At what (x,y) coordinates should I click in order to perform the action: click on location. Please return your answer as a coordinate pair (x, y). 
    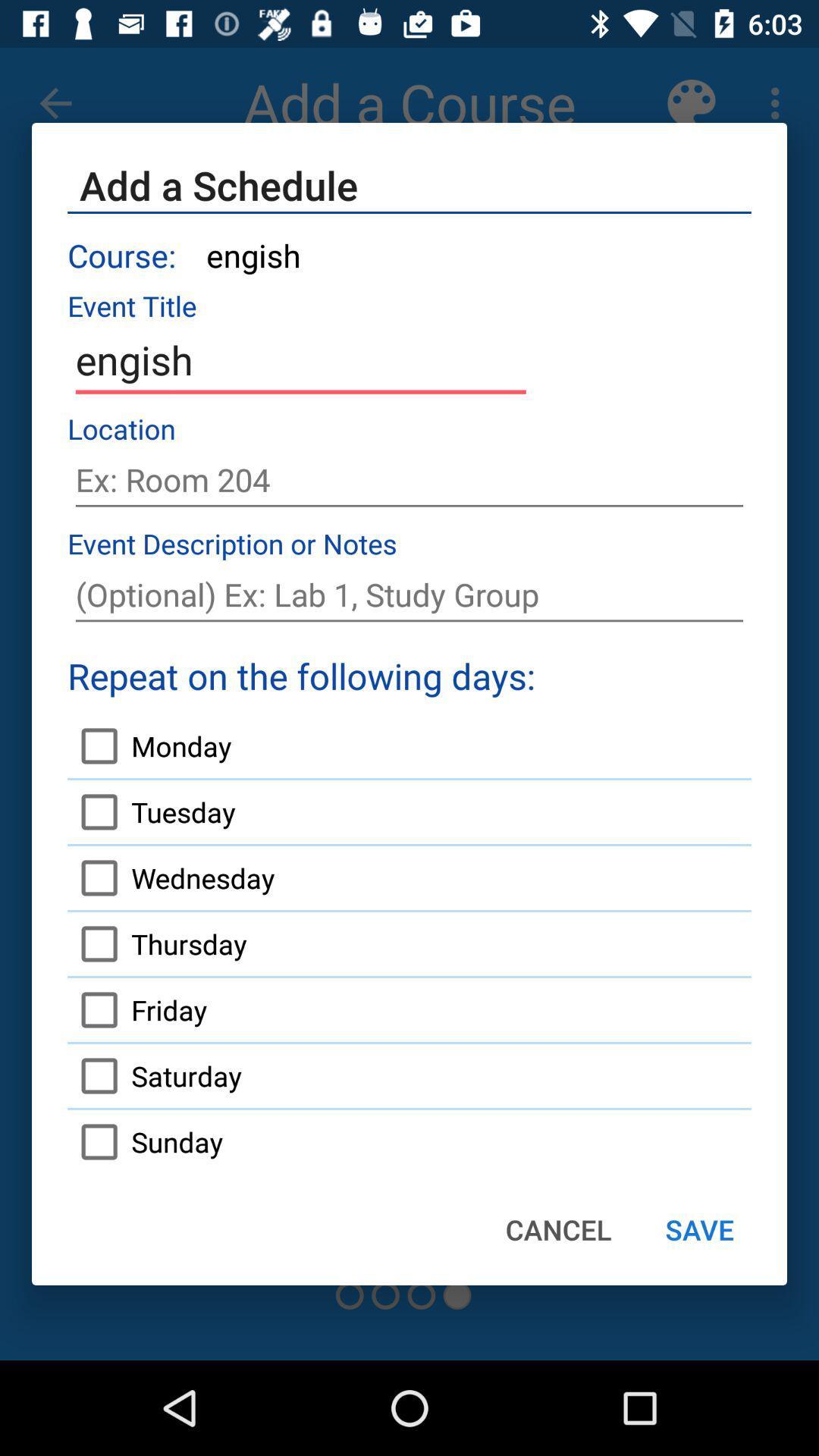
    Looking at the image, I should click on (409, 479).